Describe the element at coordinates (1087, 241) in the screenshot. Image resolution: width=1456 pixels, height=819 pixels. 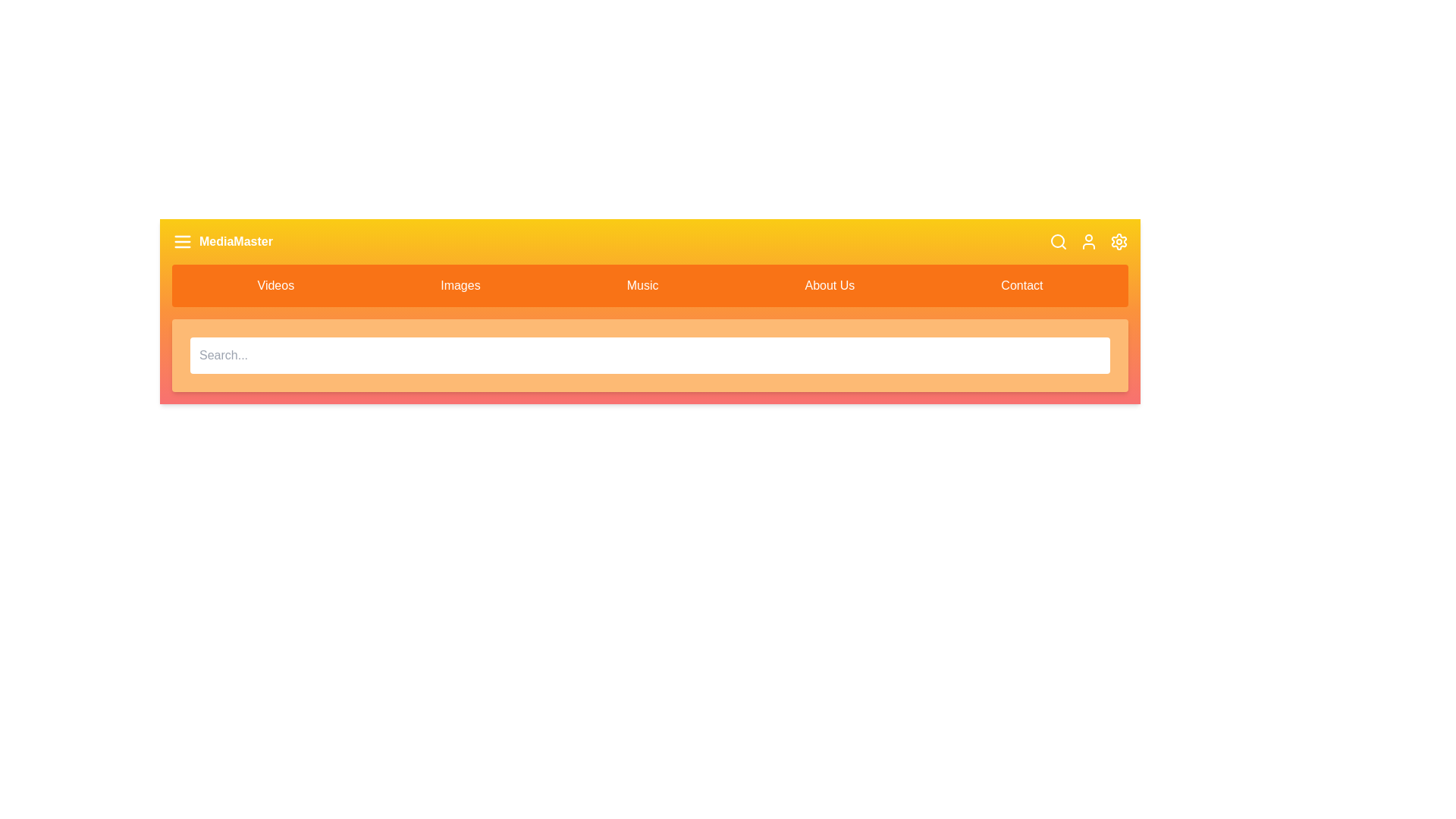
I see `the user icon in the app bar` at that location.